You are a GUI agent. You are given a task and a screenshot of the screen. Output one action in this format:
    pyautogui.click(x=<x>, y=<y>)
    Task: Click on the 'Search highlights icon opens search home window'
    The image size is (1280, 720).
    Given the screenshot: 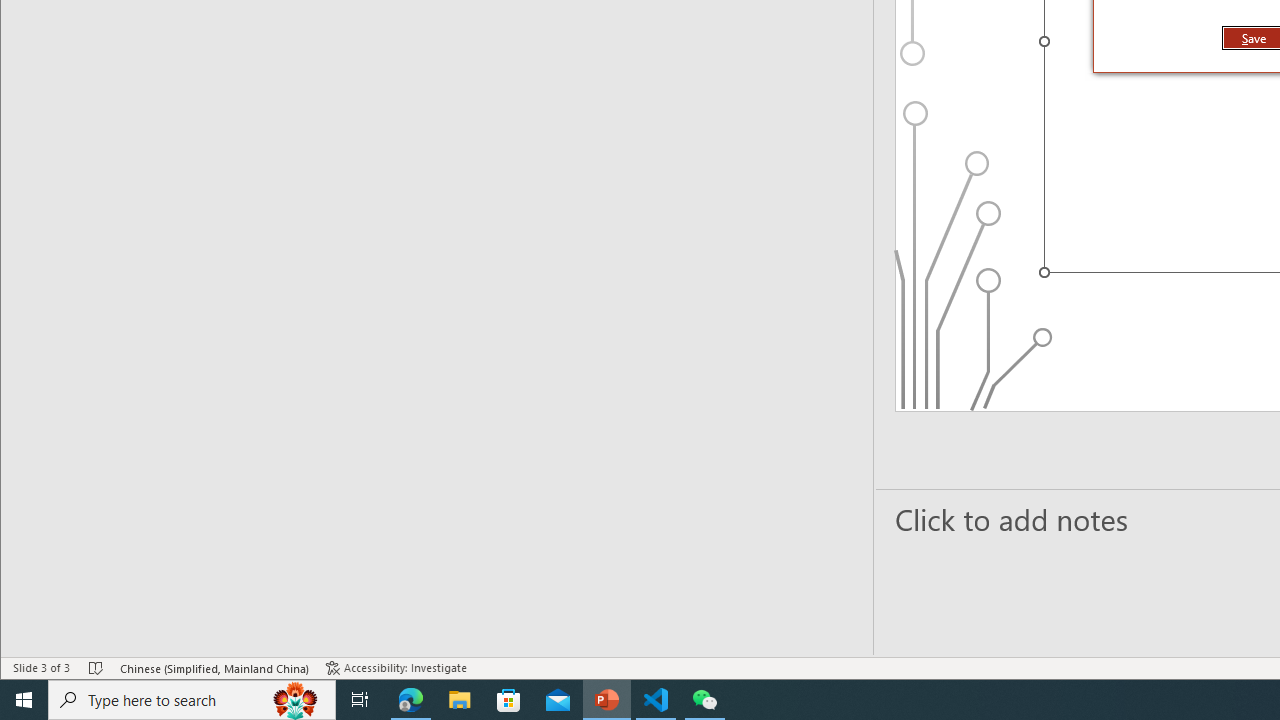 What is the action you would take?
    pyautogui.click(x=294, y=698)
    